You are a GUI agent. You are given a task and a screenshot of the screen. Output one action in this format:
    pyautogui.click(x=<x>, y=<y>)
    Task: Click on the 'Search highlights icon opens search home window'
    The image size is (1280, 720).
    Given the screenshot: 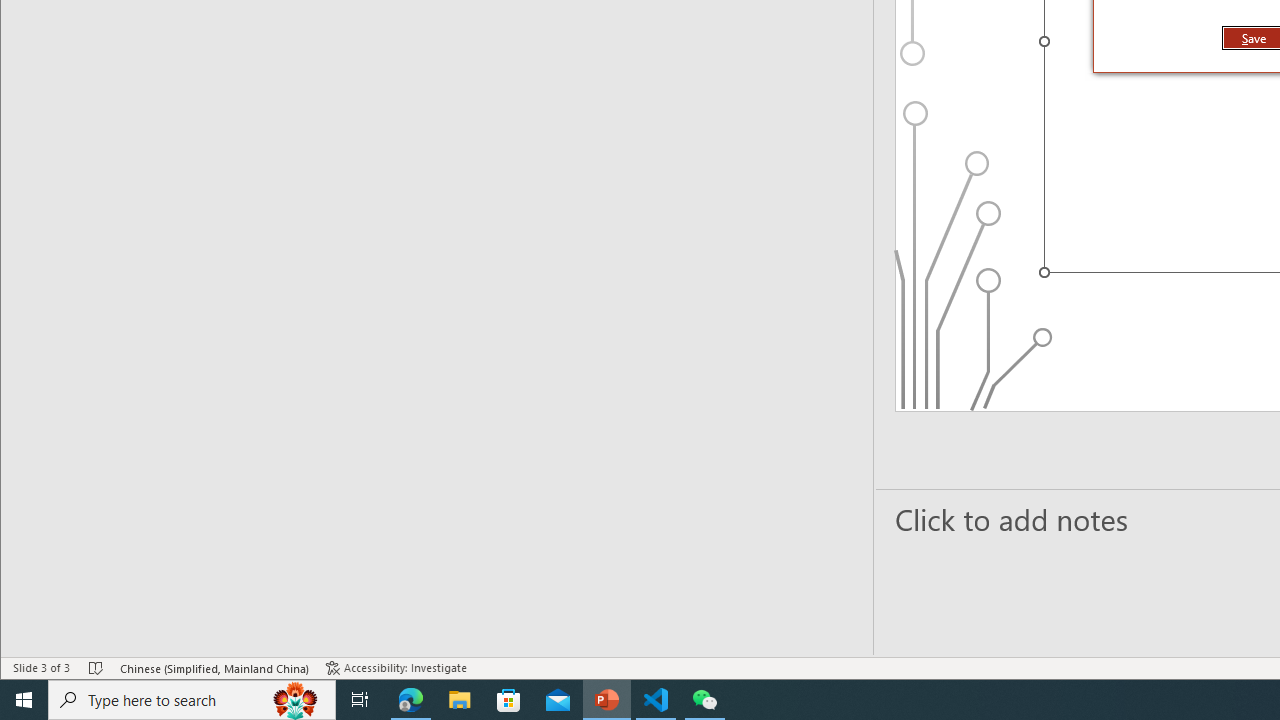 What is the action you would take?
    pyautogui.click(x=294, y=698)
    